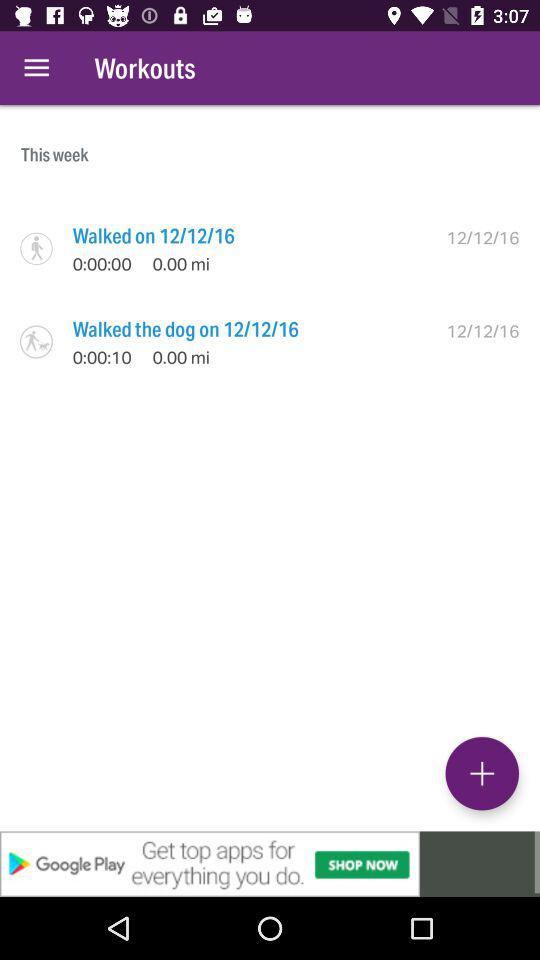 The height and width of the screenshot is (960, 540). I want to click on the add icon, so click(481, 772).